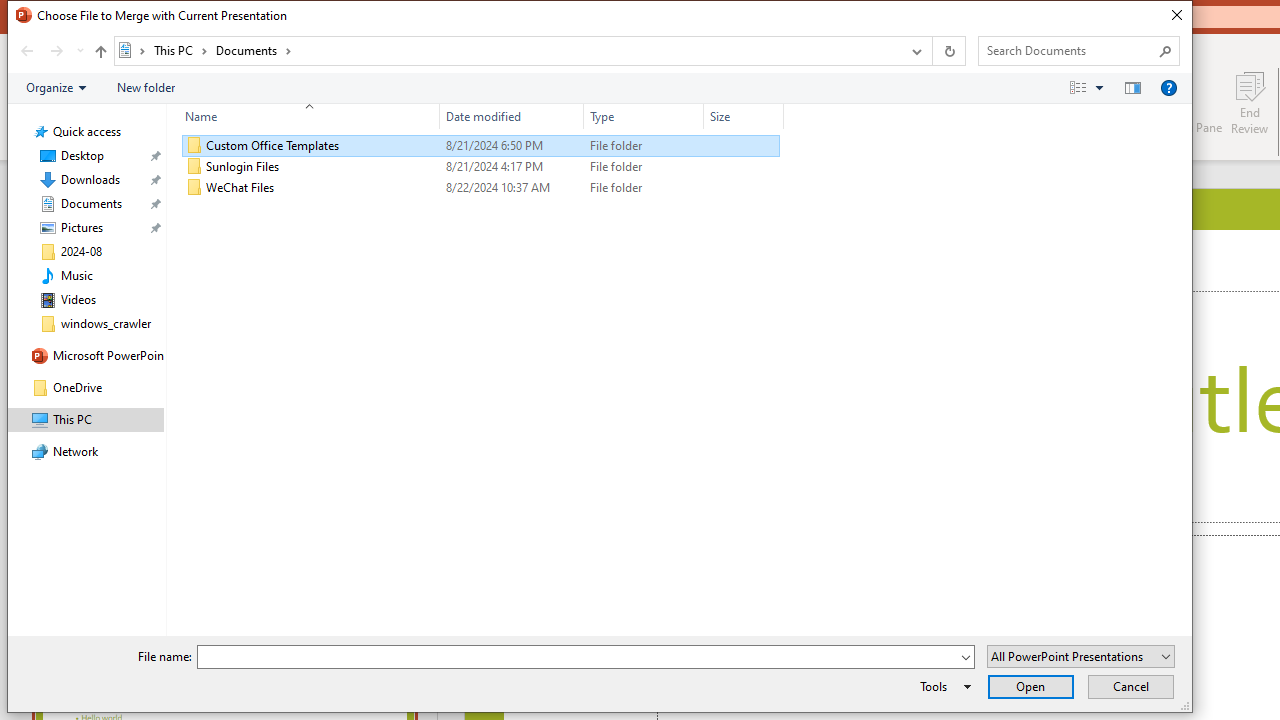 The height and width of the screenshot is (720, 1280). I want to click on 'Up band toolbar', so click(100, 53).